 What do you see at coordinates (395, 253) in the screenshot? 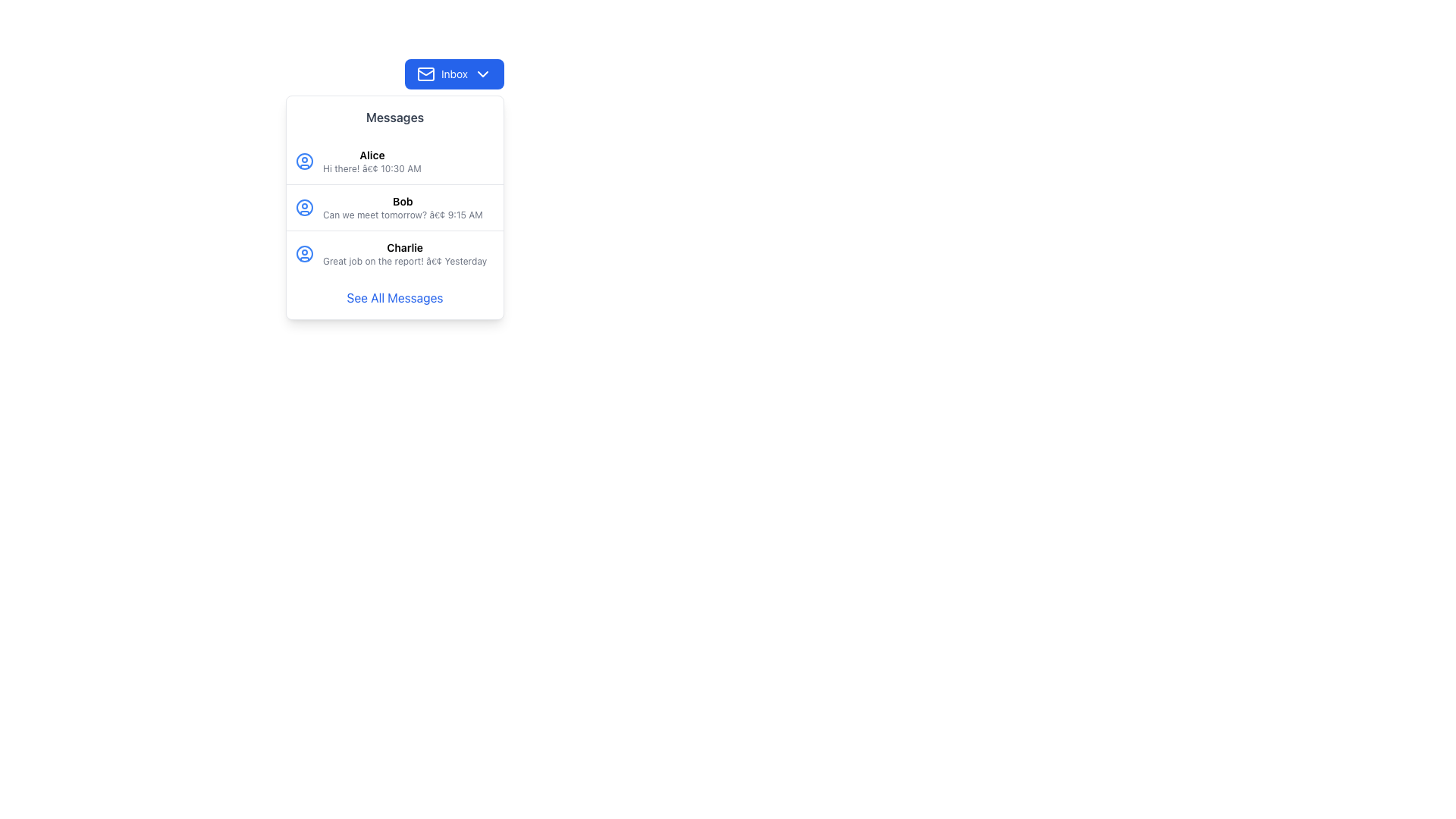
I see `the third interactive list item in the Messages panel` at bounding box center [395, 253].